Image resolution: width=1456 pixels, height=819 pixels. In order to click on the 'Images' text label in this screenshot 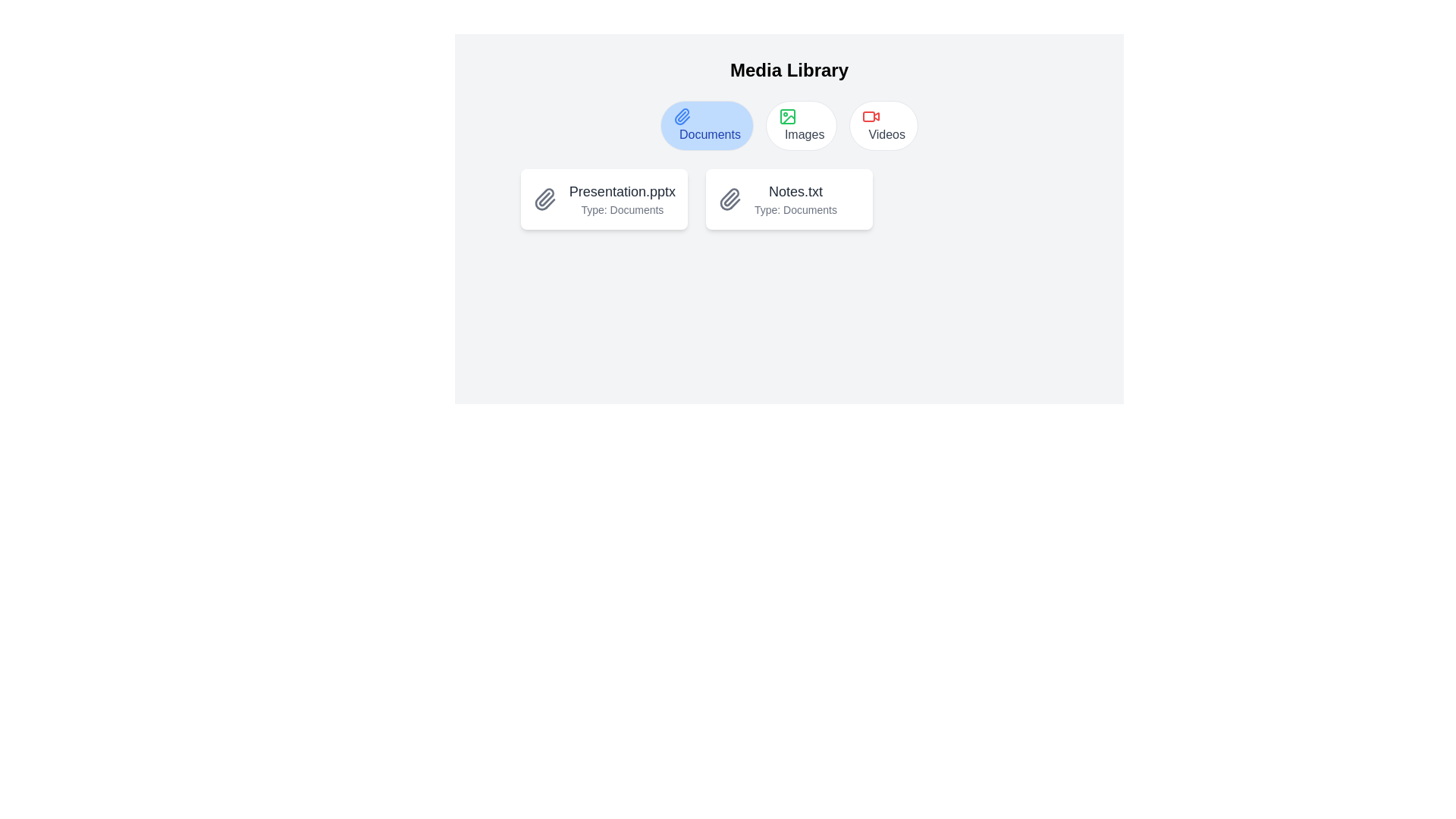, I will do `click(804, 133)`.